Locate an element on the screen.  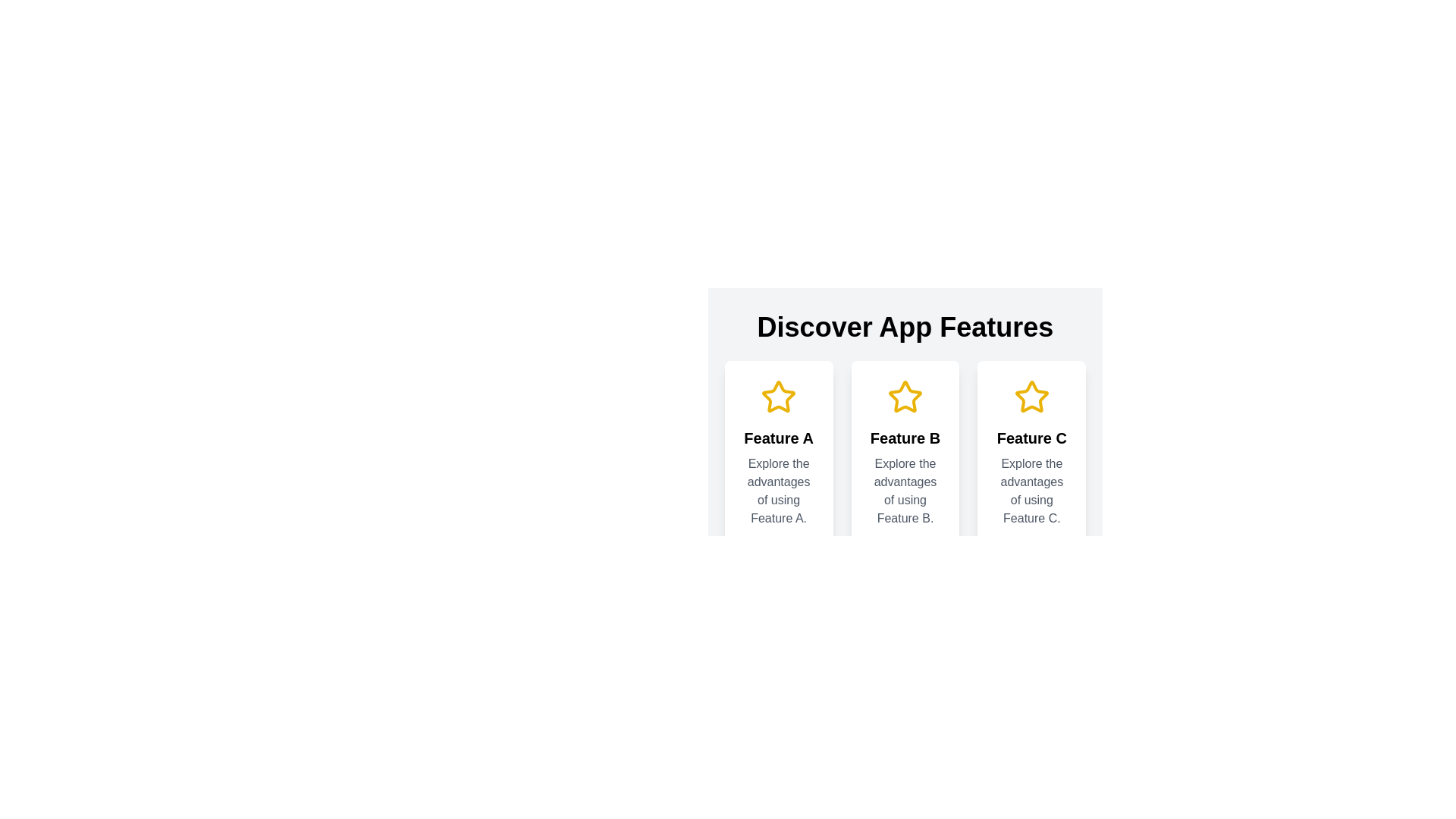
the Info card that presents details about 'Feature A', which is the first element in a horizontally aligned group of three similar elements, located on the far left is located at coordinates (779, 452).